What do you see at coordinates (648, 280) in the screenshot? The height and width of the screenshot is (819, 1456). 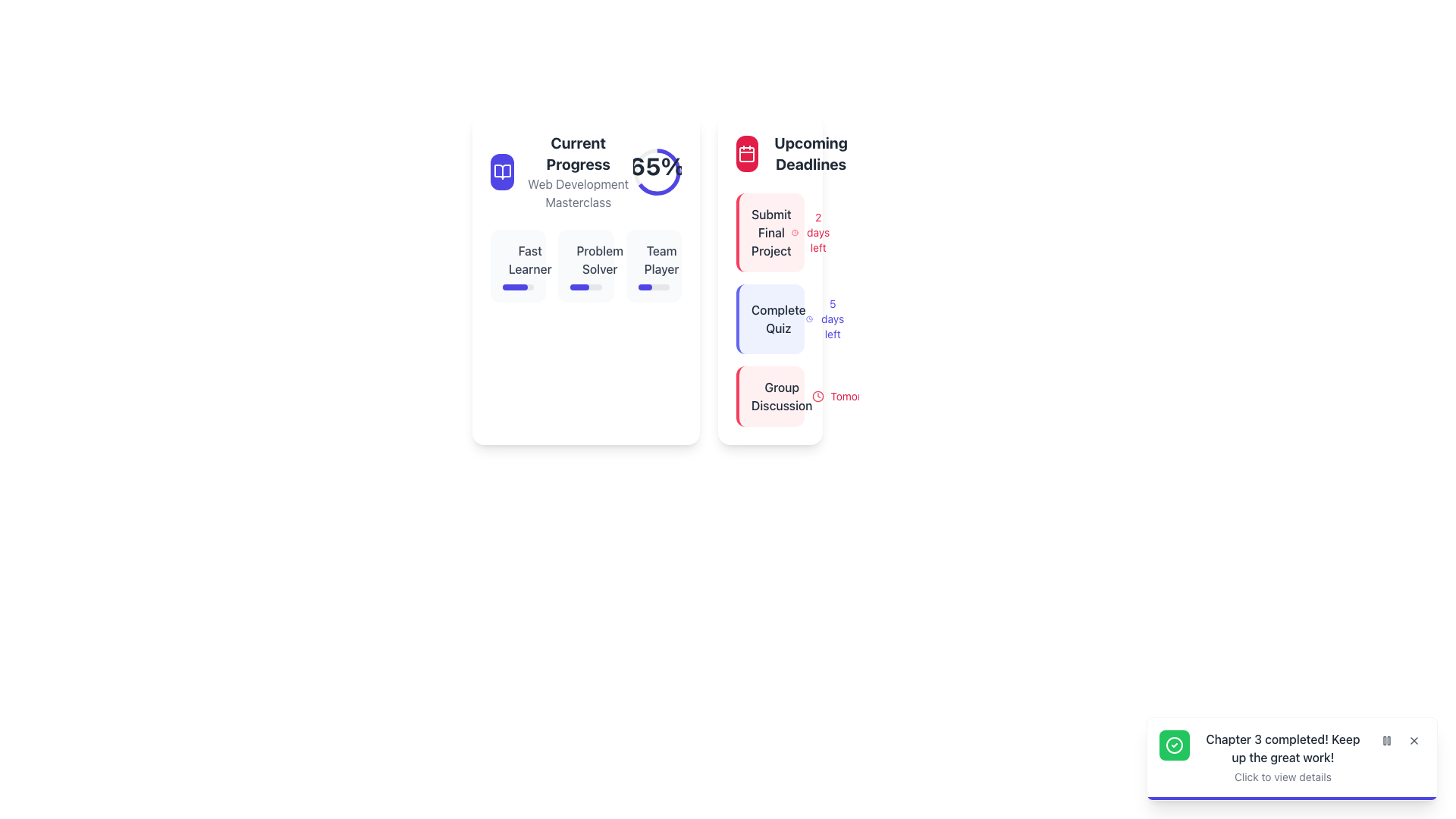 I see `the individual deadlines within the dashboard summary card` at bounding box center [648, 280].